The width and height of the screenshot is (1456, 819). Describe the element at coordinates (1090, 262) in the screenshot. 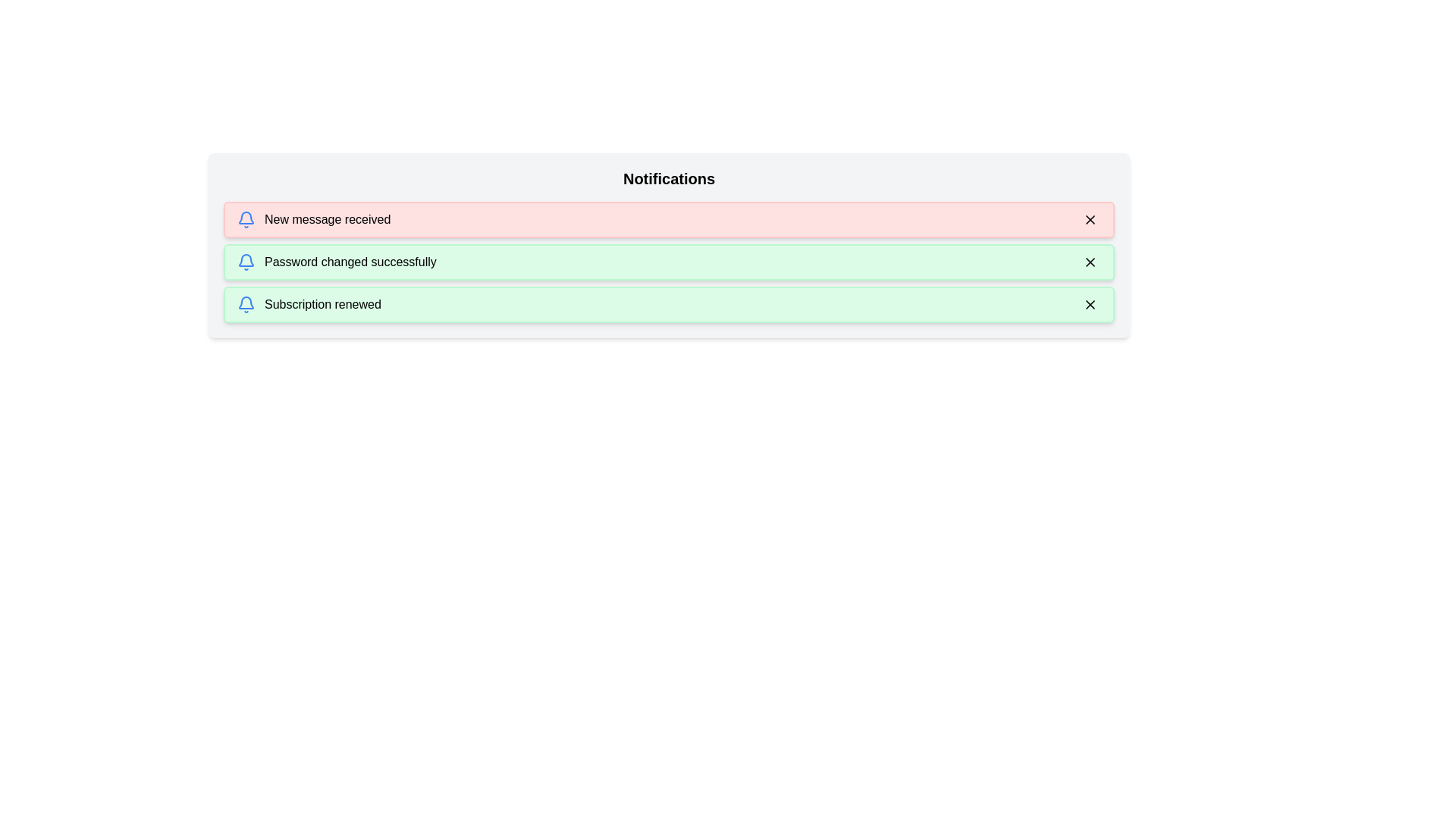

I see `the cross-shaped icon button (close button) in the second notification card` at that location.